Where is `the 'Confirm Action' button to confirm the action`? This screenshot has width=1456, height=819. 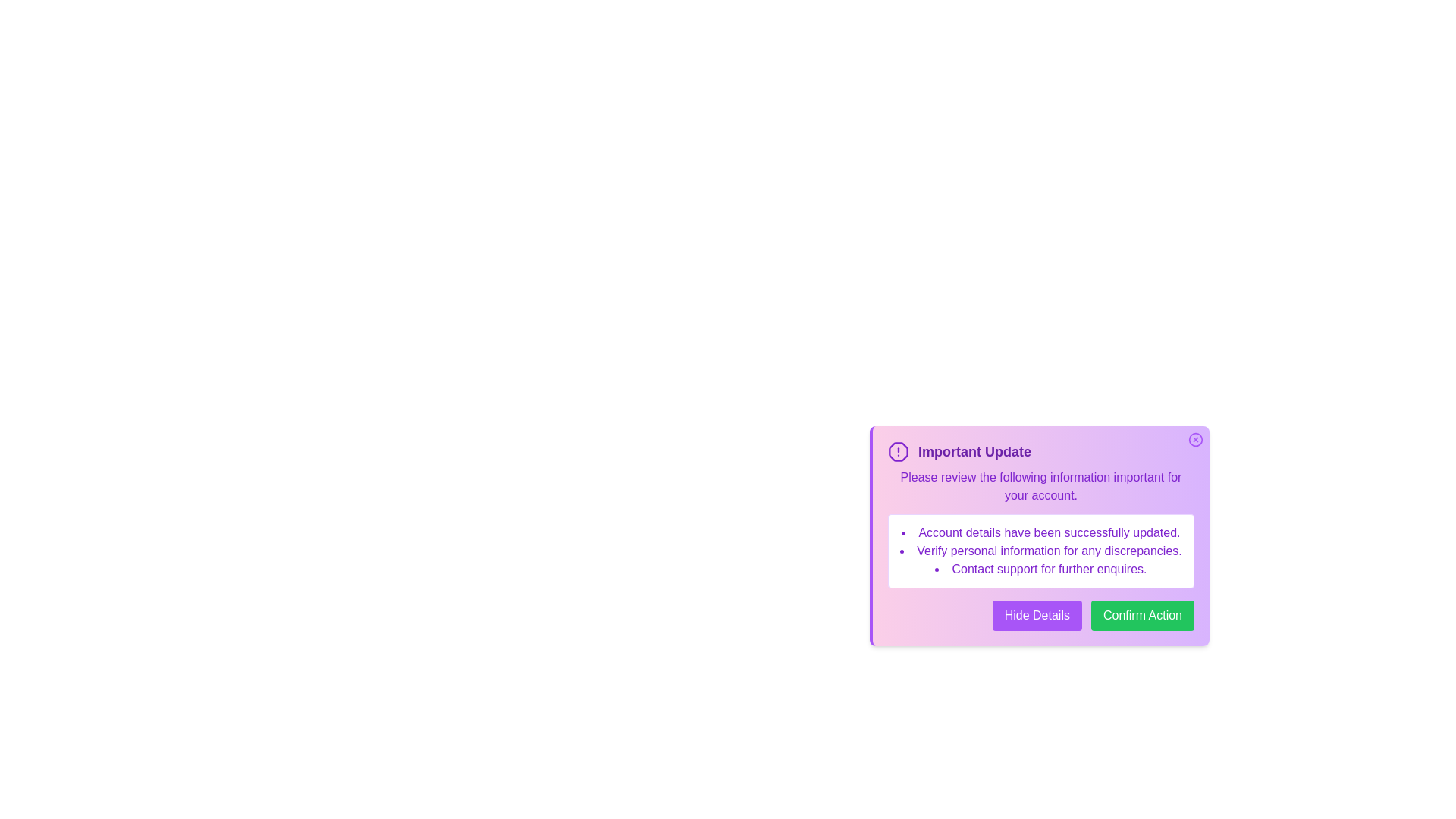 the 'Confirm Action' button to confirm the action is located at coordinates (1143, 616).